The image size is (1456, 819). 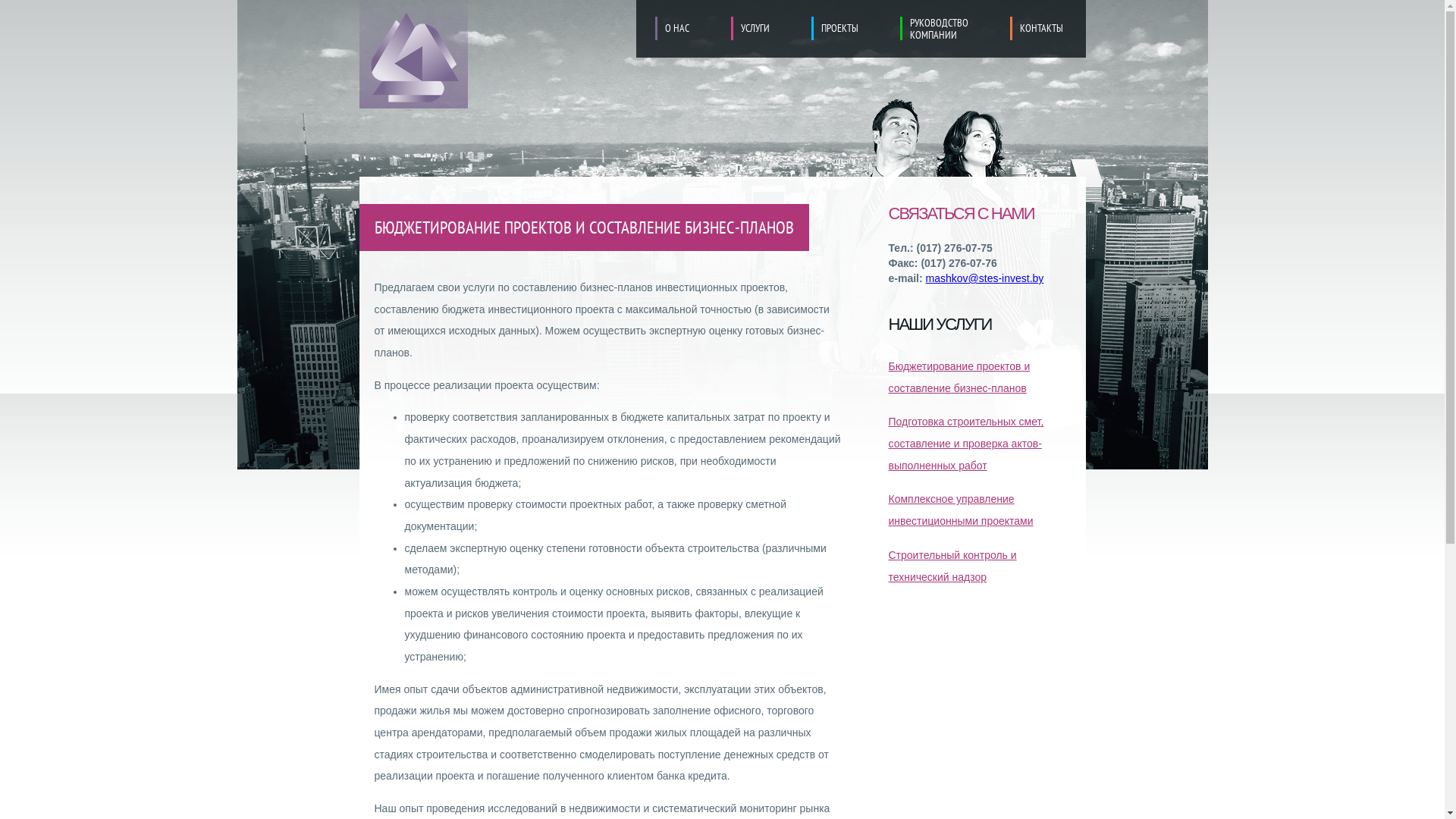 What do you see at coordinates (924, 278) in the screenshot?
I see `'mashkov@stes-invest.by'` at bounding box center [924, 278].